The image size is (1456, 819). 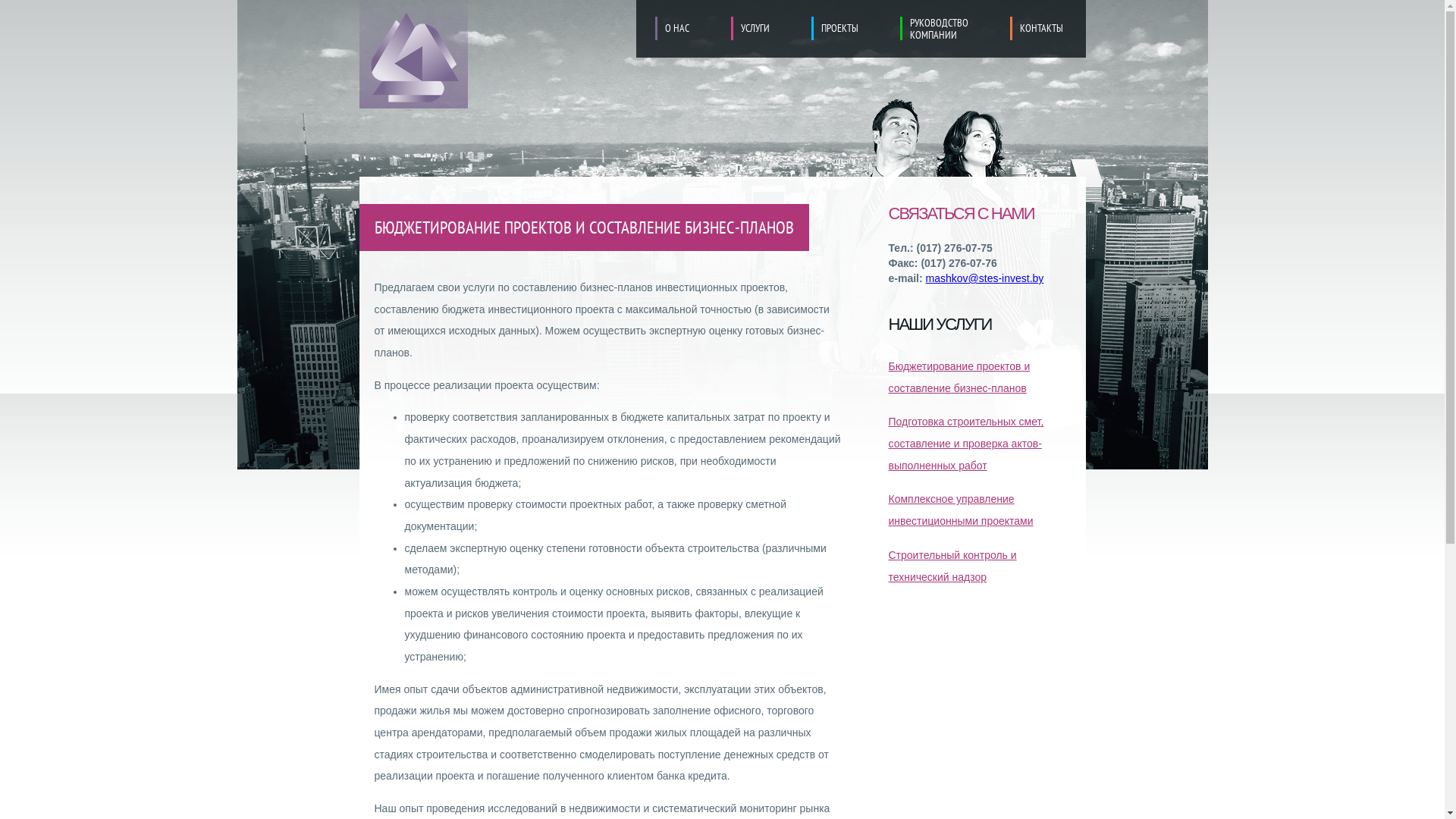 What do you see at coordinates (924, 278) in the screenshot?
I see `'mashkov@stes-invest.by'` at bounding box center [924, 278].